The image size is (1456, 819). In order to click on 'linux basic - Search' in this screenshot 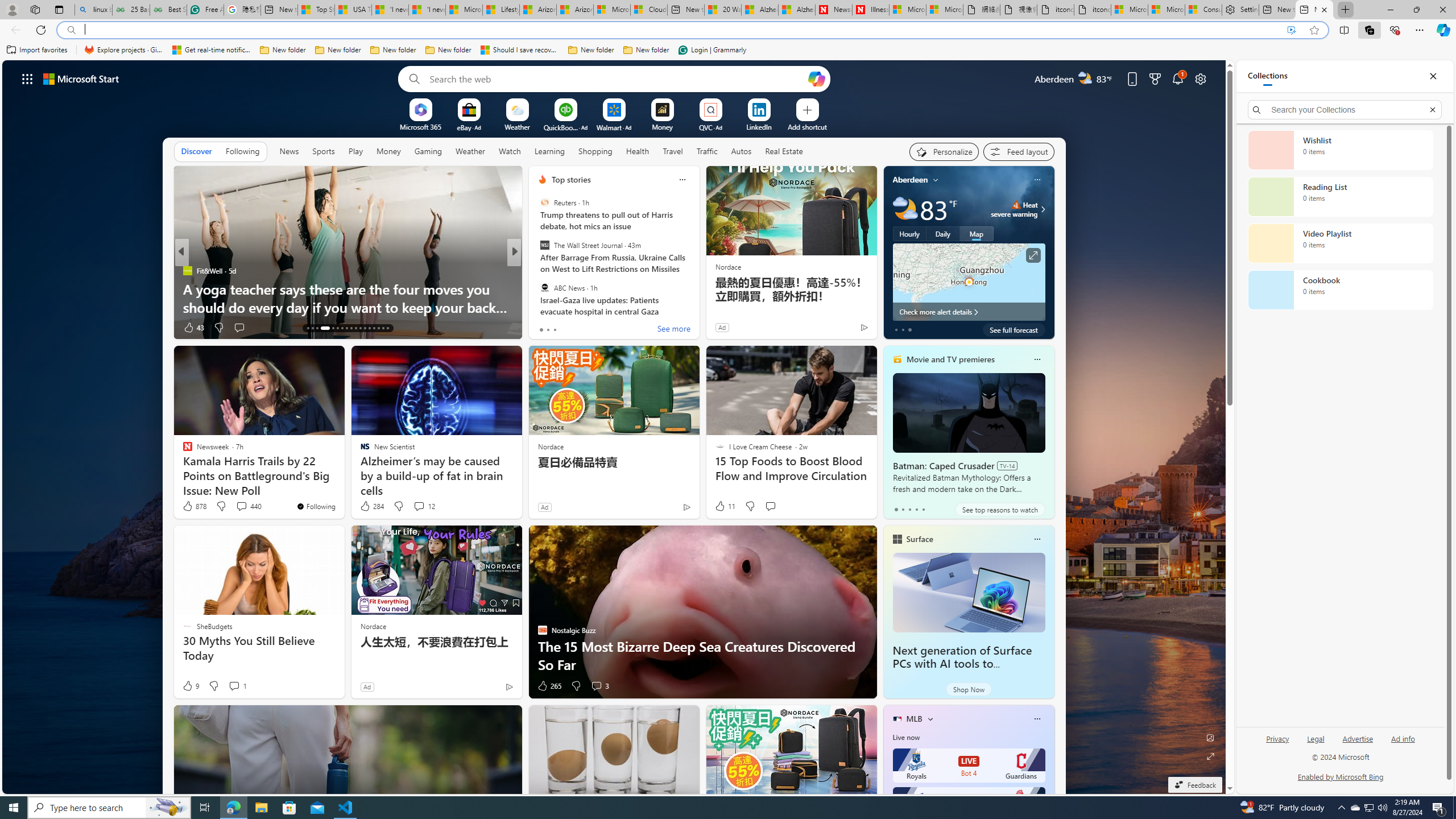, I will do `click(93, 9)`.